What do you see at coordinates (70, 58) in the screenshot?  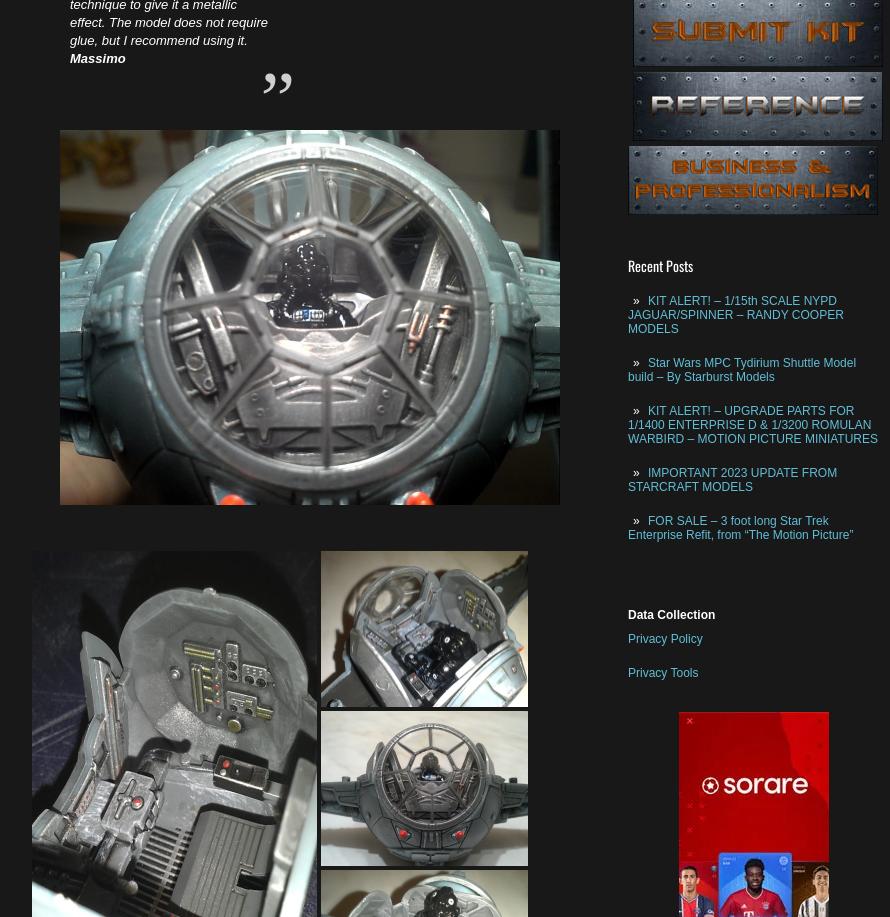 I see `'Massimo'` at bounding box center [70, 58].